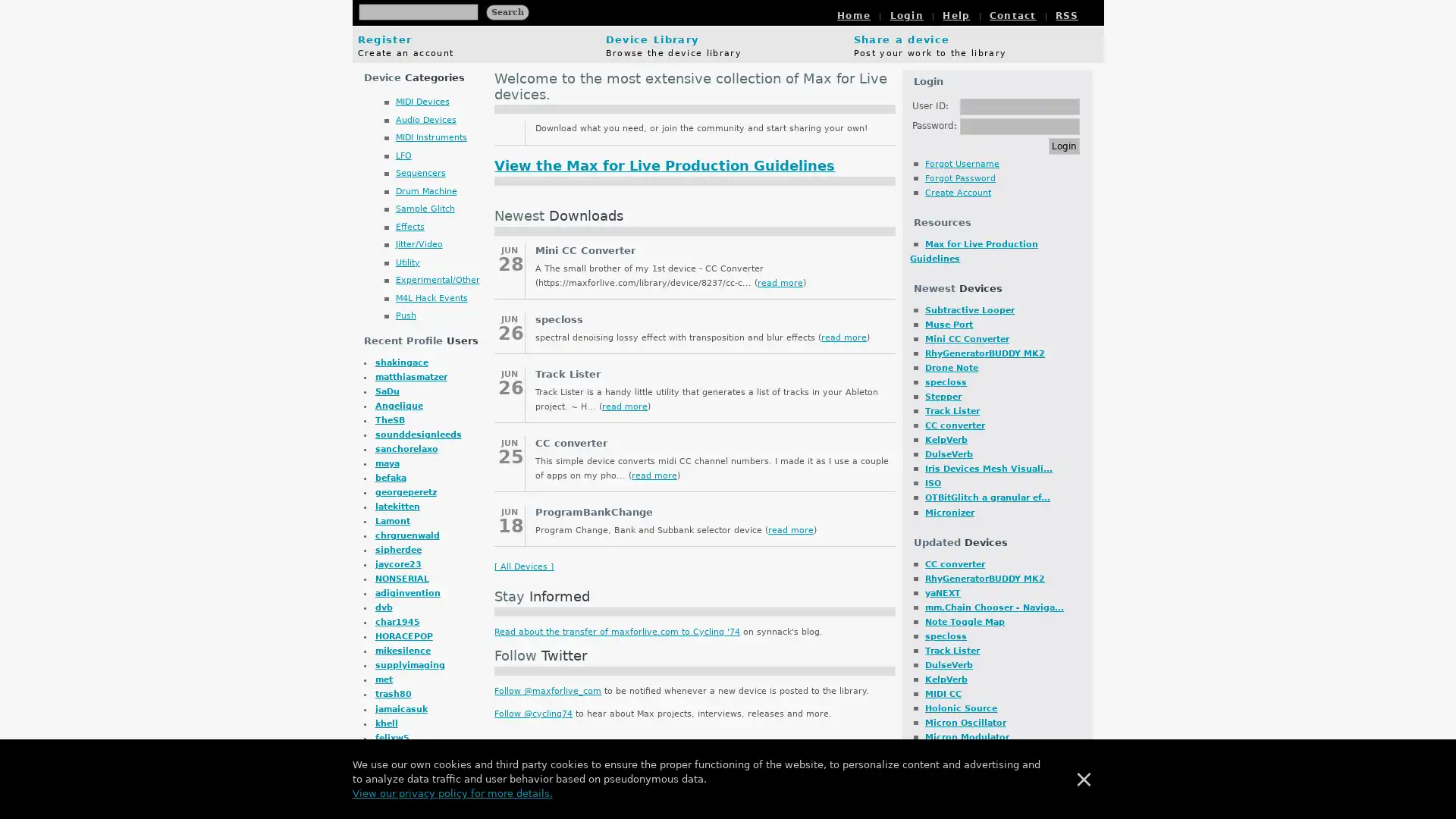 The width and height of the screenshot is (1456, 819). What do you see at coordinates (507, 11) in the screenshot?
I see `Search` at bounding box center [507, 11].